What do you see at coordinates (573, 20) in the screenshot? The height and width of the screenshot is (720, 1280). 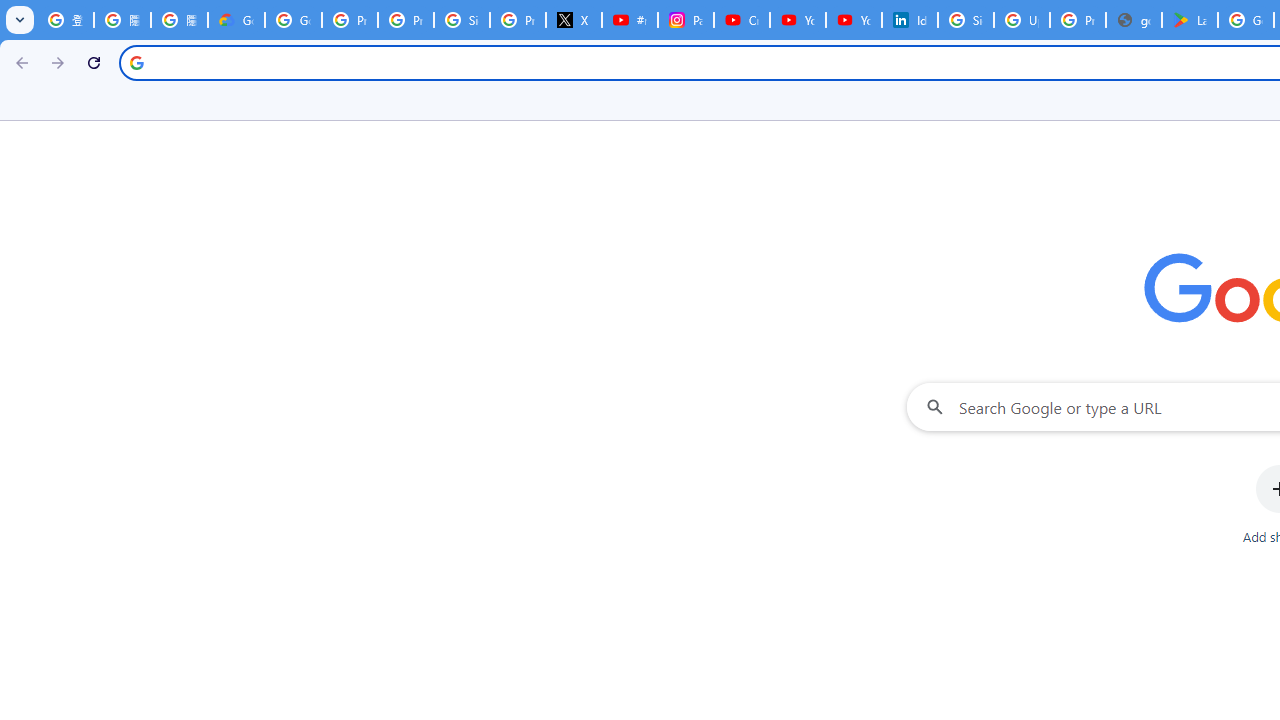 I see `'X'` at bounding box center [573, 20].